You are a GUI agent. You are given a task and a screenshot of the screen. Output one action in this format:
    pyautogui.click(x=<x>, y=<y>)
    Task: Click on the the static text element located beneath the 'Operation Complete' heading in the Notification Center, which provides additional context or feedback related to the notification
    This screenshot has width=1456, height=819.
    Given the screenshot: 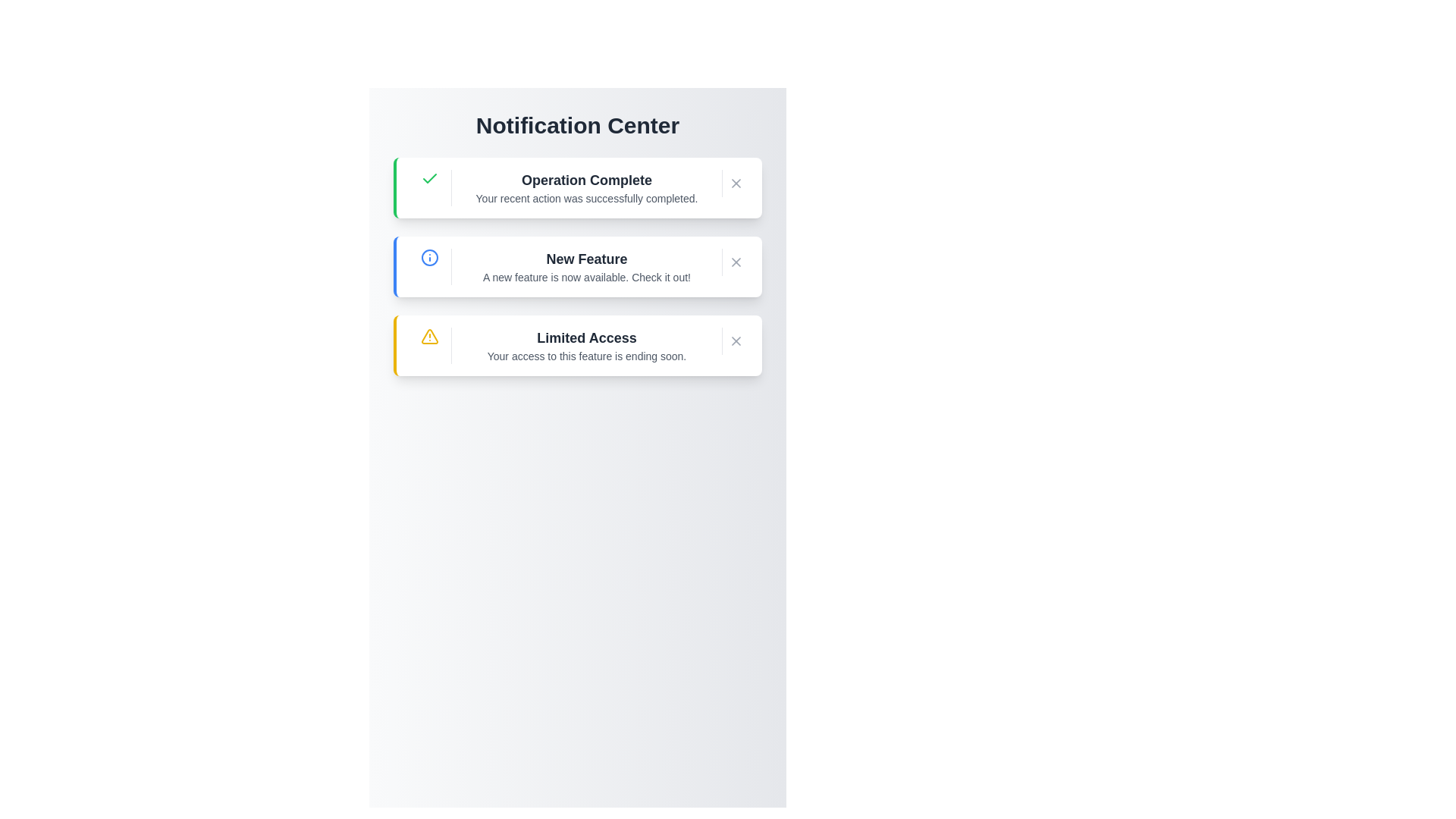 What is the action you would take?
    pyautogui.click(x=585, y=198)
    